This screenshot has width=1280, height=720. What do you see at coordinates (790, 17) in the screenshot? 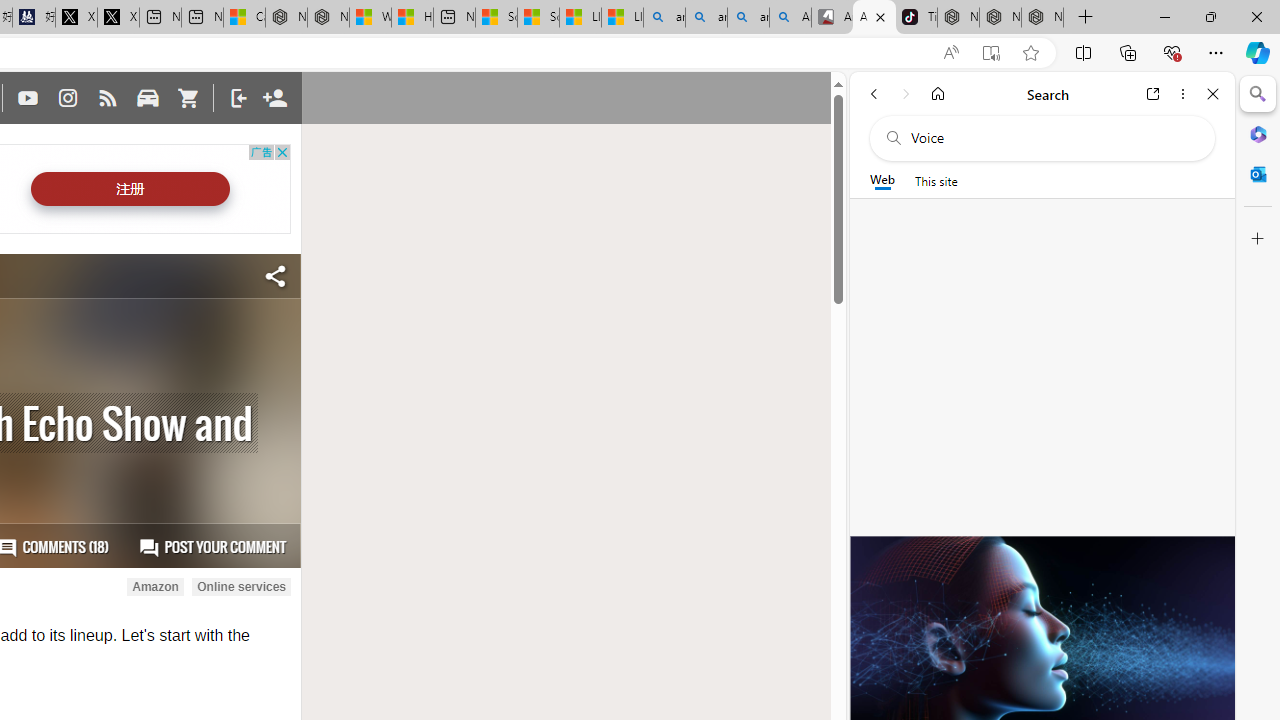
I see `'Amazon Echo Robot - Search Images'` at bounding box center [790, 17].